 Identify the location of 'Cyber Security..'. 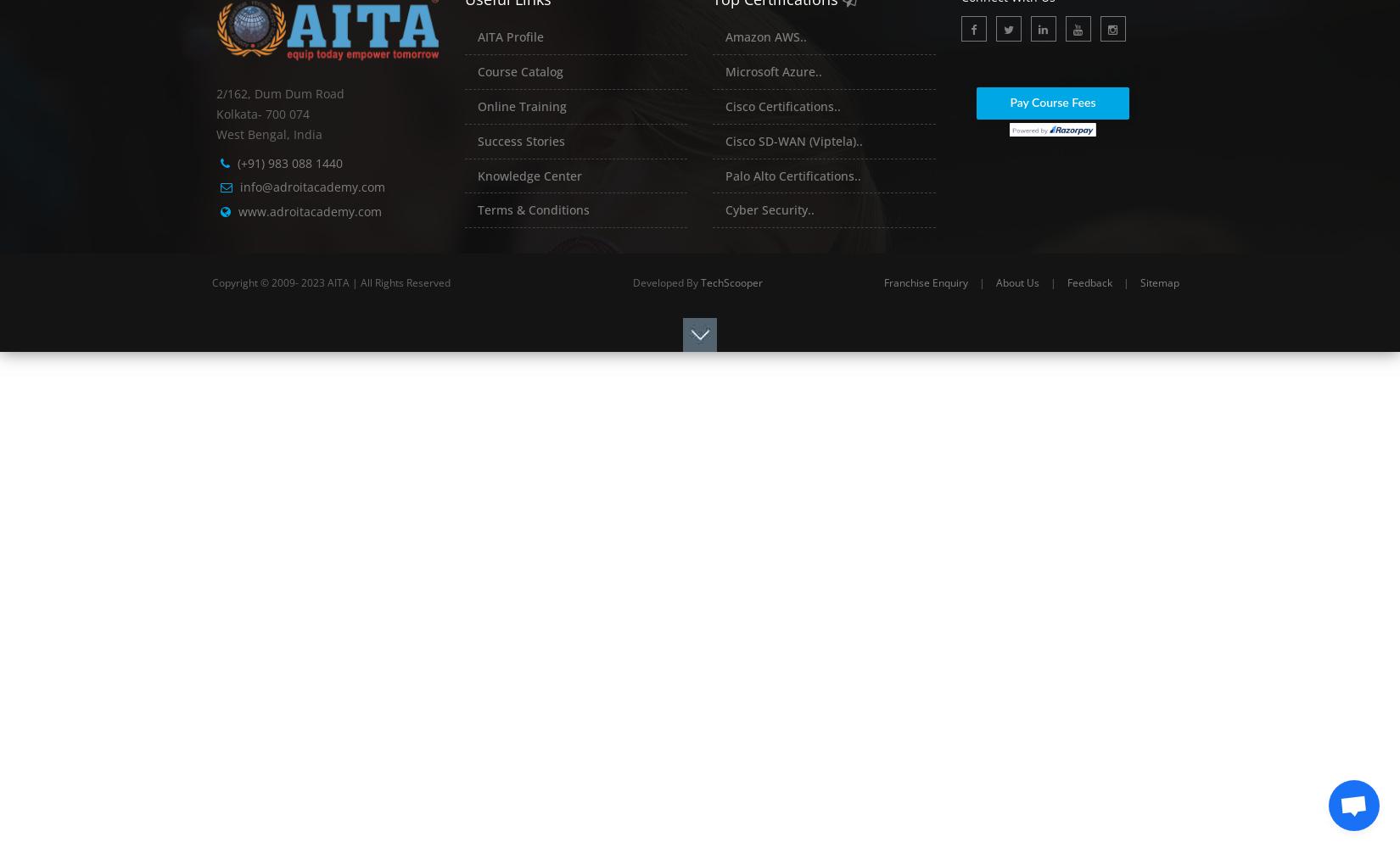
(770, 209).